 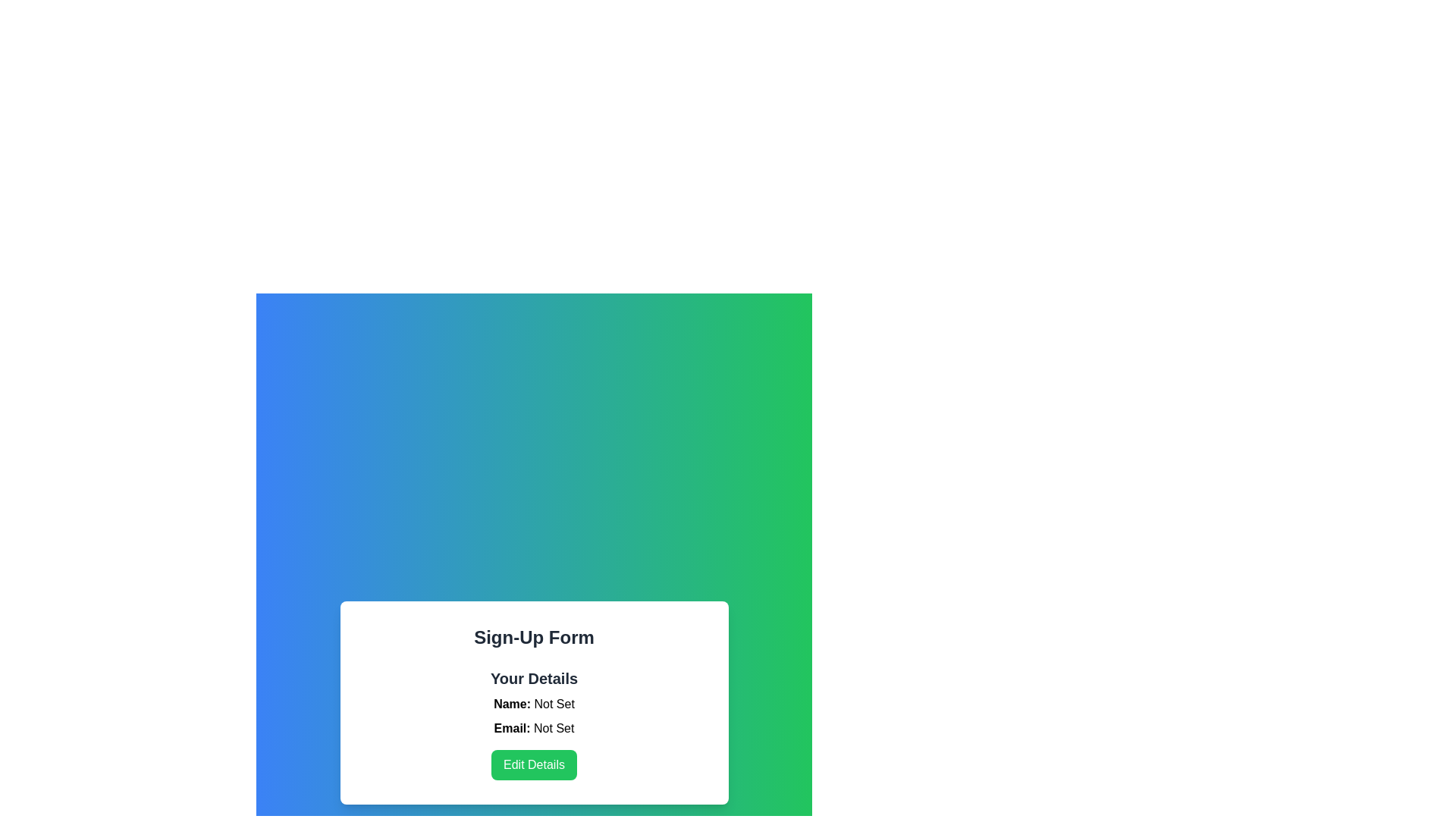 What do you see at coordinates (512, 727) in the screenshot?
I see `the Text label indicating the email address next to the 'Not Set' text in the 'Your Details' section` at bounding box center [512, 727].